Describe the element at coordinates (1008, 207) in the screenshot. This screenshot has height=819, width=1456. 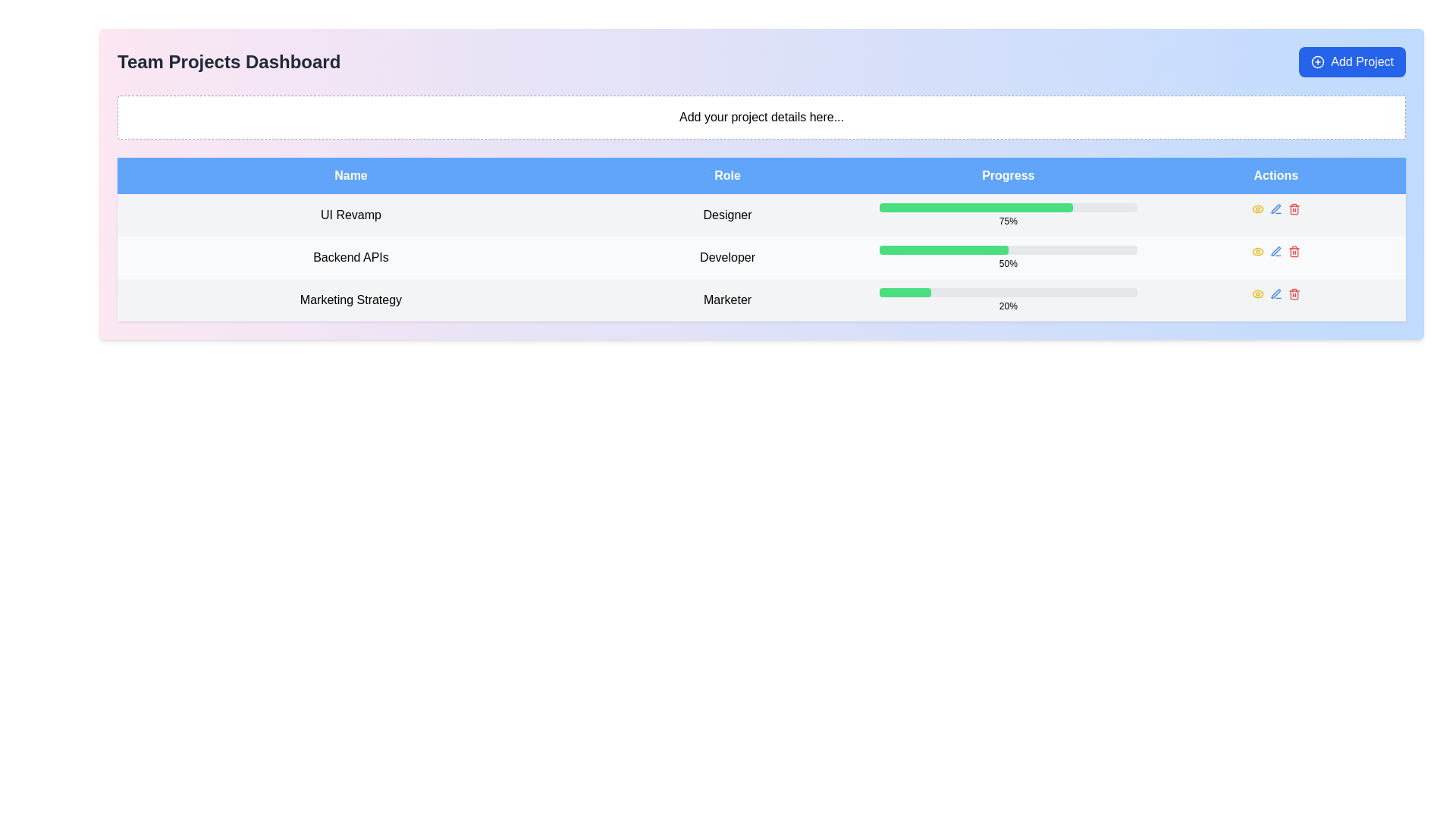
I see `the progress indicated by the progress bar in the 'Progress' column of the table labeled 'Designer', which shows a 75% completion represented by a green-filled portion` at that location.